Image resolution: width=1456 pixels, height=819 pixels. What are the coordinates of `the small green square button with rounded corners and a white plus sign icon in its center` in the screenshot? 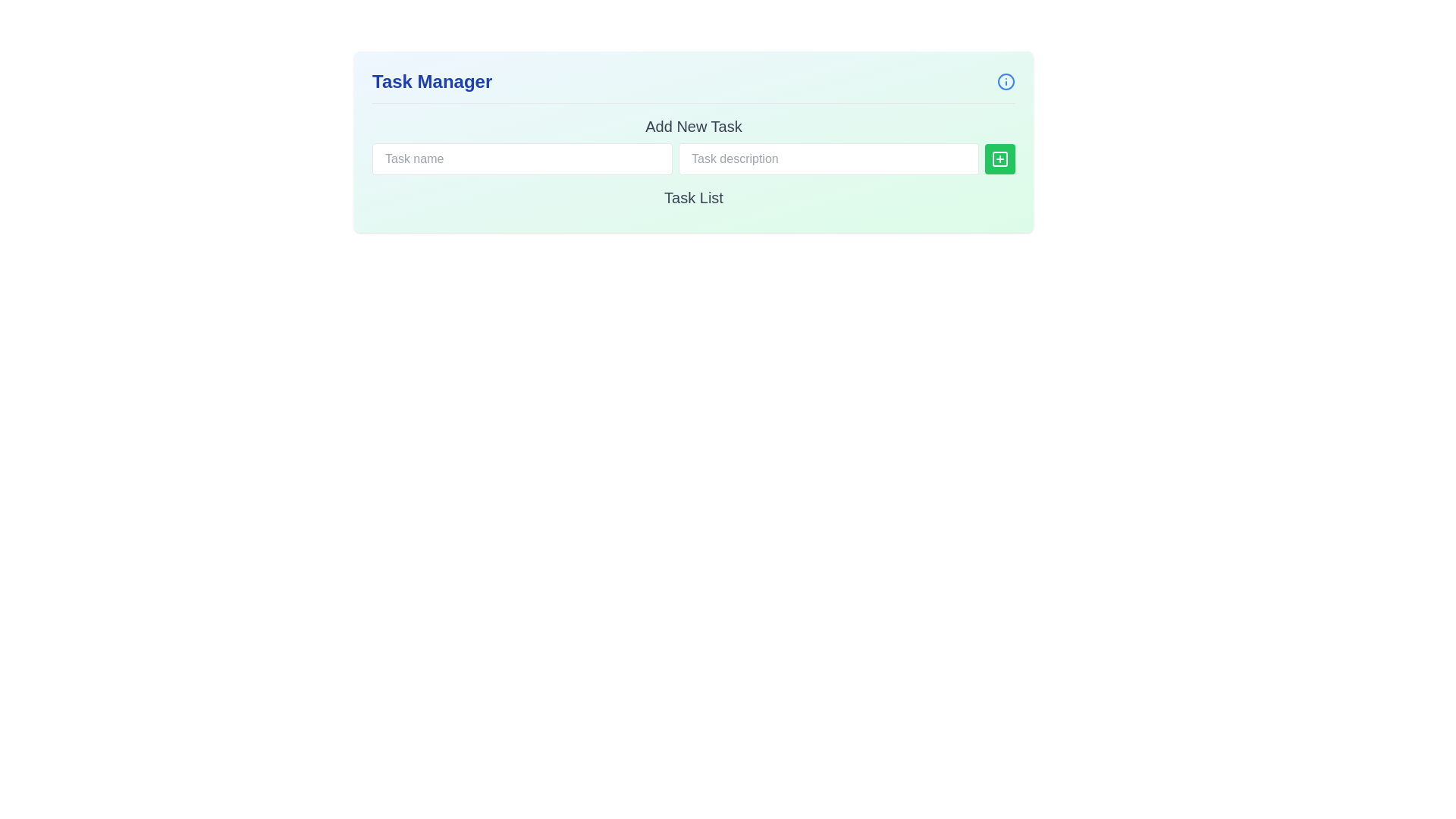 It's located at (1000, 158).